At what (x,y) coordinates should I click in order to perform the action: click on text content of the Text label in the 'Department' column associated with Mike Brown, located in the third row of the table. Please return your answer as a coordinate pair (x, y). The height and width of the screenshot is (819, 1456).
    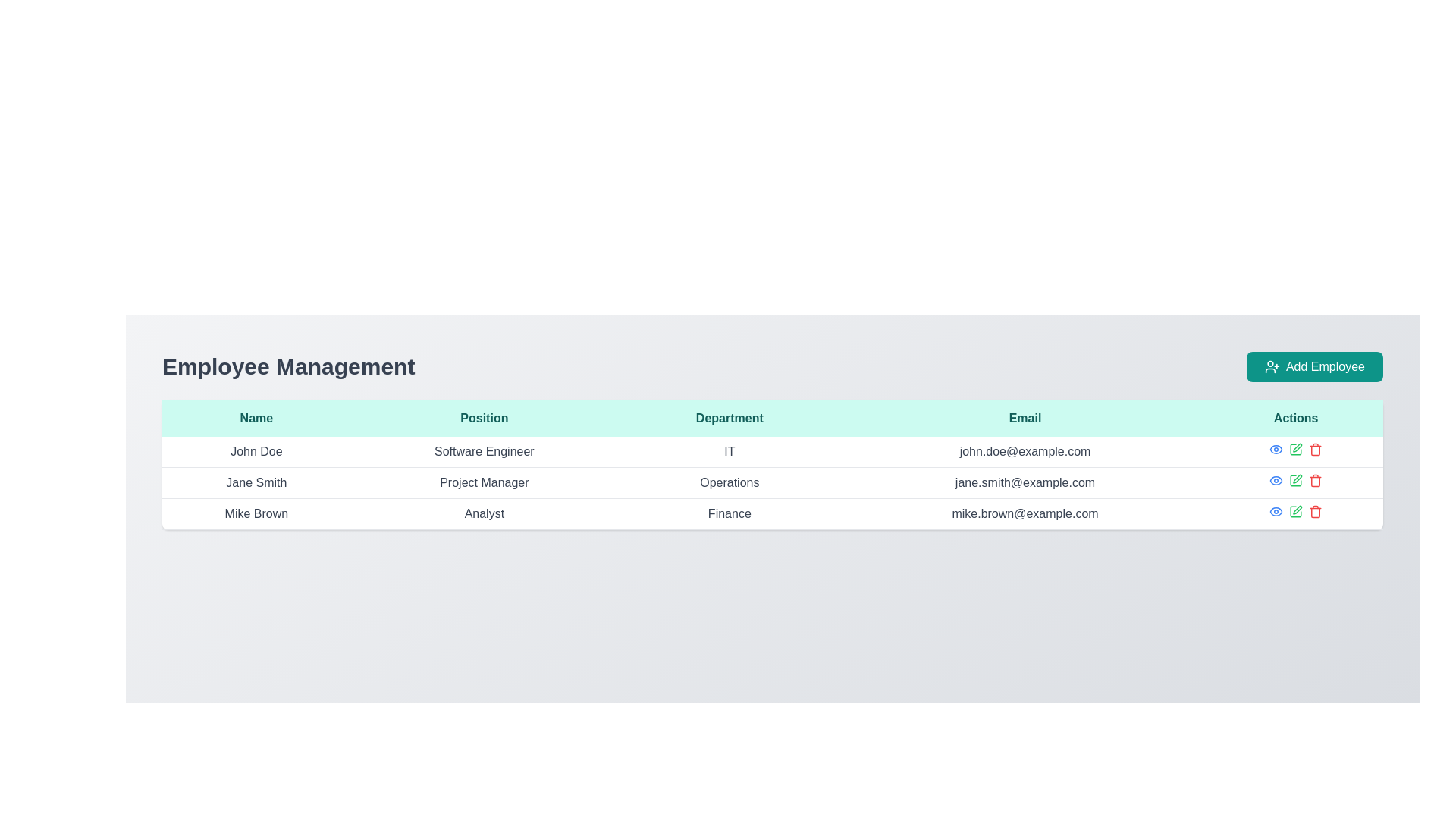
    Looking at the image, I should click on (730, 513).